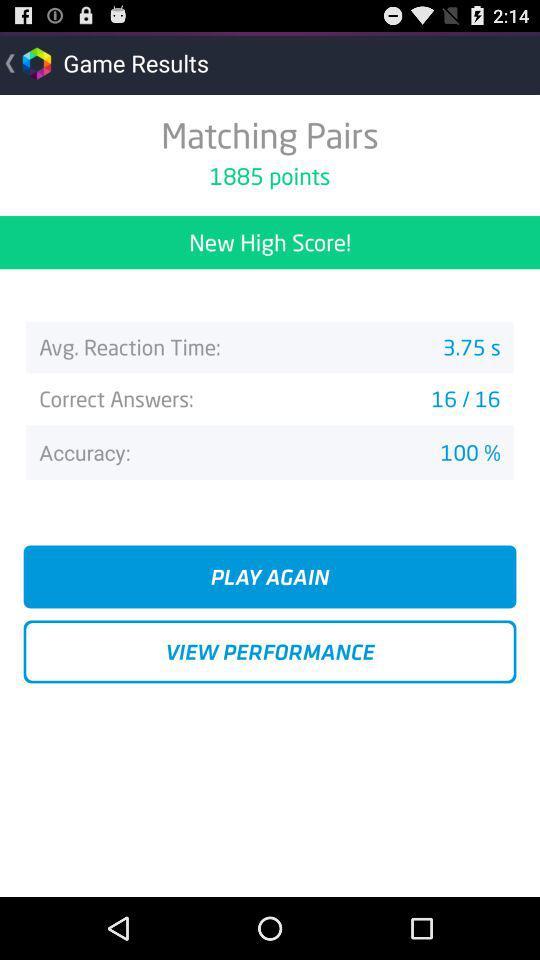  Describe the element at coordinates (270, 576) in the screenshot. I see `item below accuracy:` at that location.